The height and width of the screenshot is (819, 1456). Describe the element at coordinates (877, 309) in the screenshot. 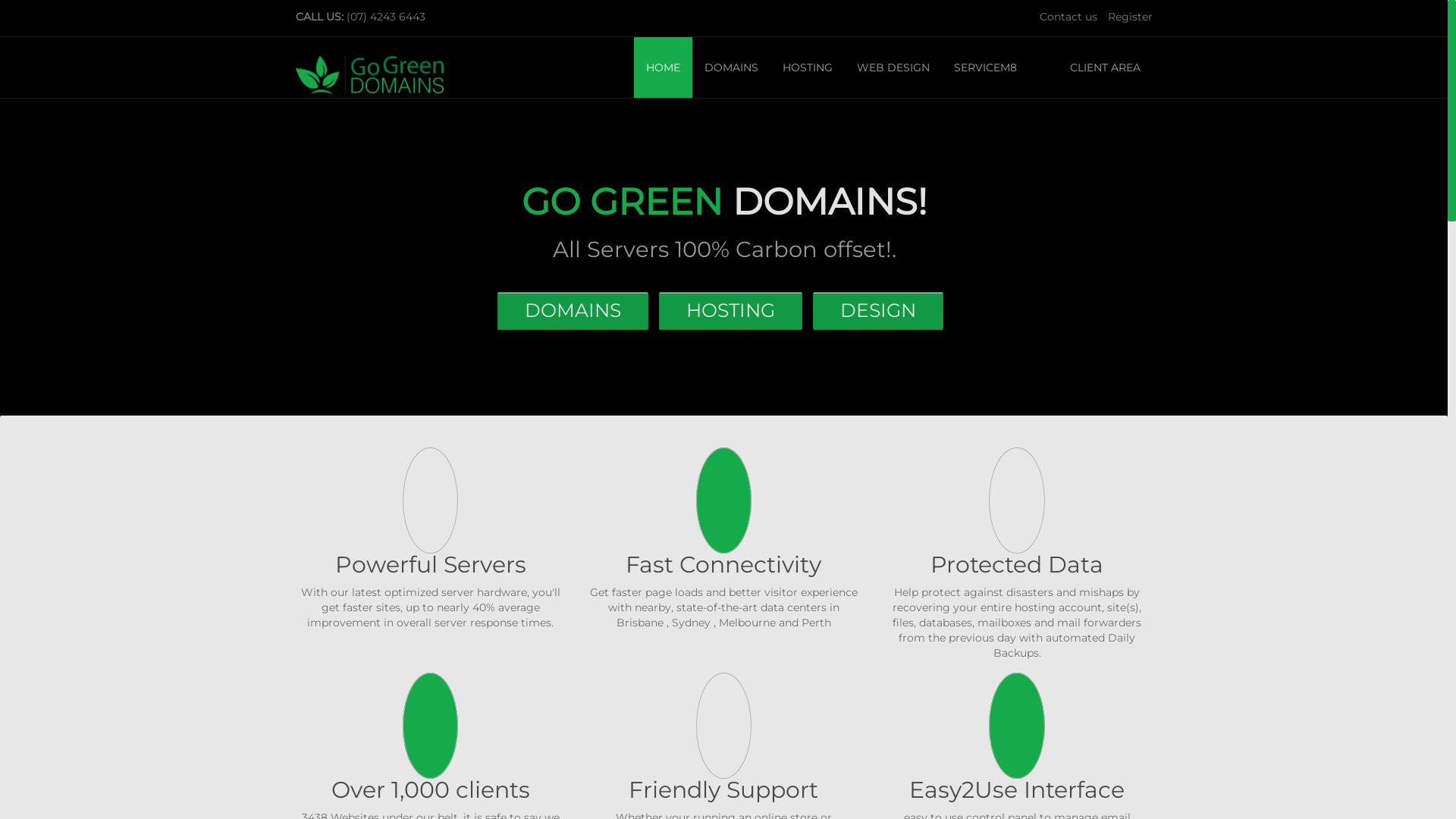

I see `'DESIGN'` at that location.